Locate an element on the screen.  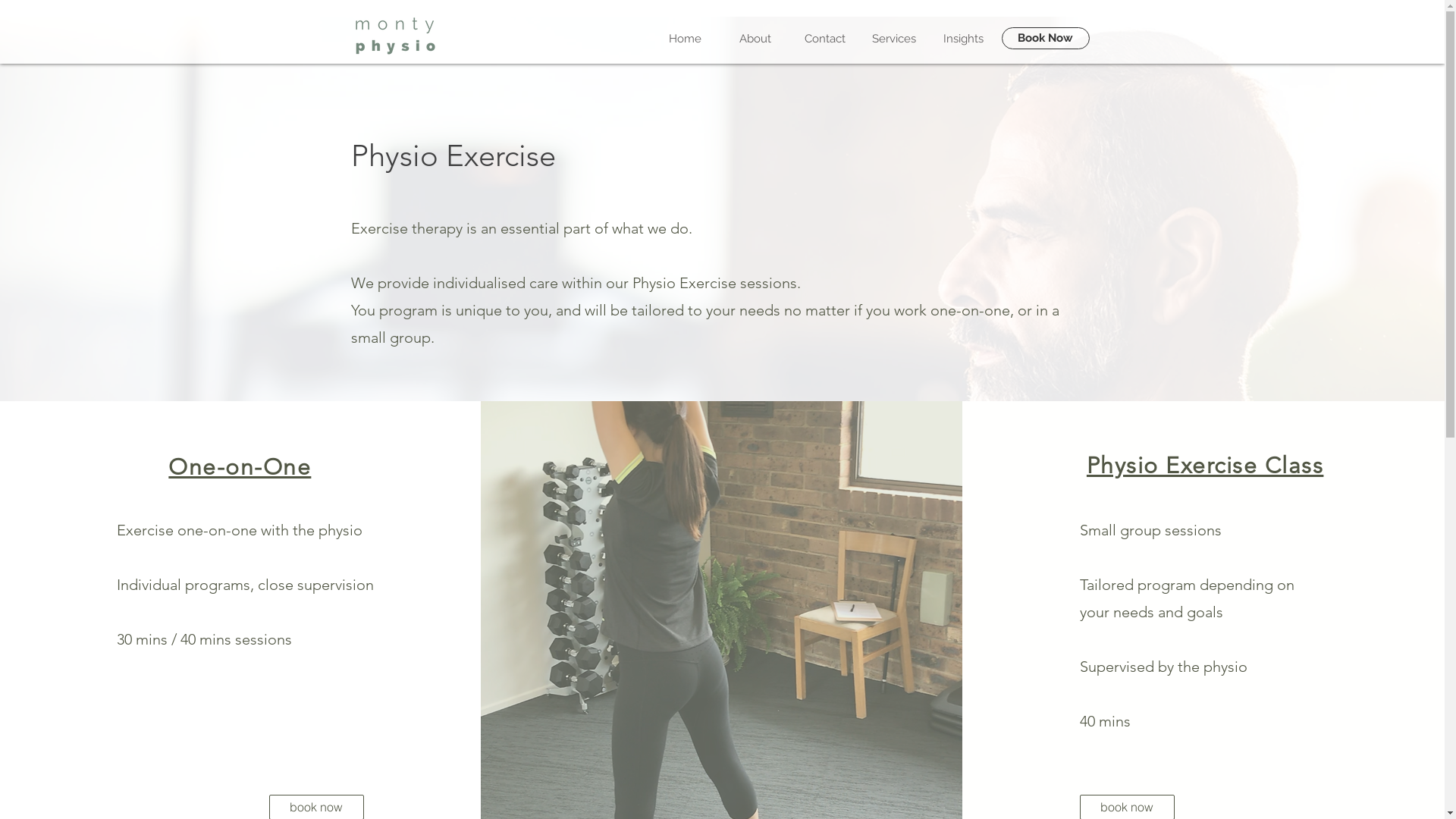
'Insights' is located at coordinates (962, 37).